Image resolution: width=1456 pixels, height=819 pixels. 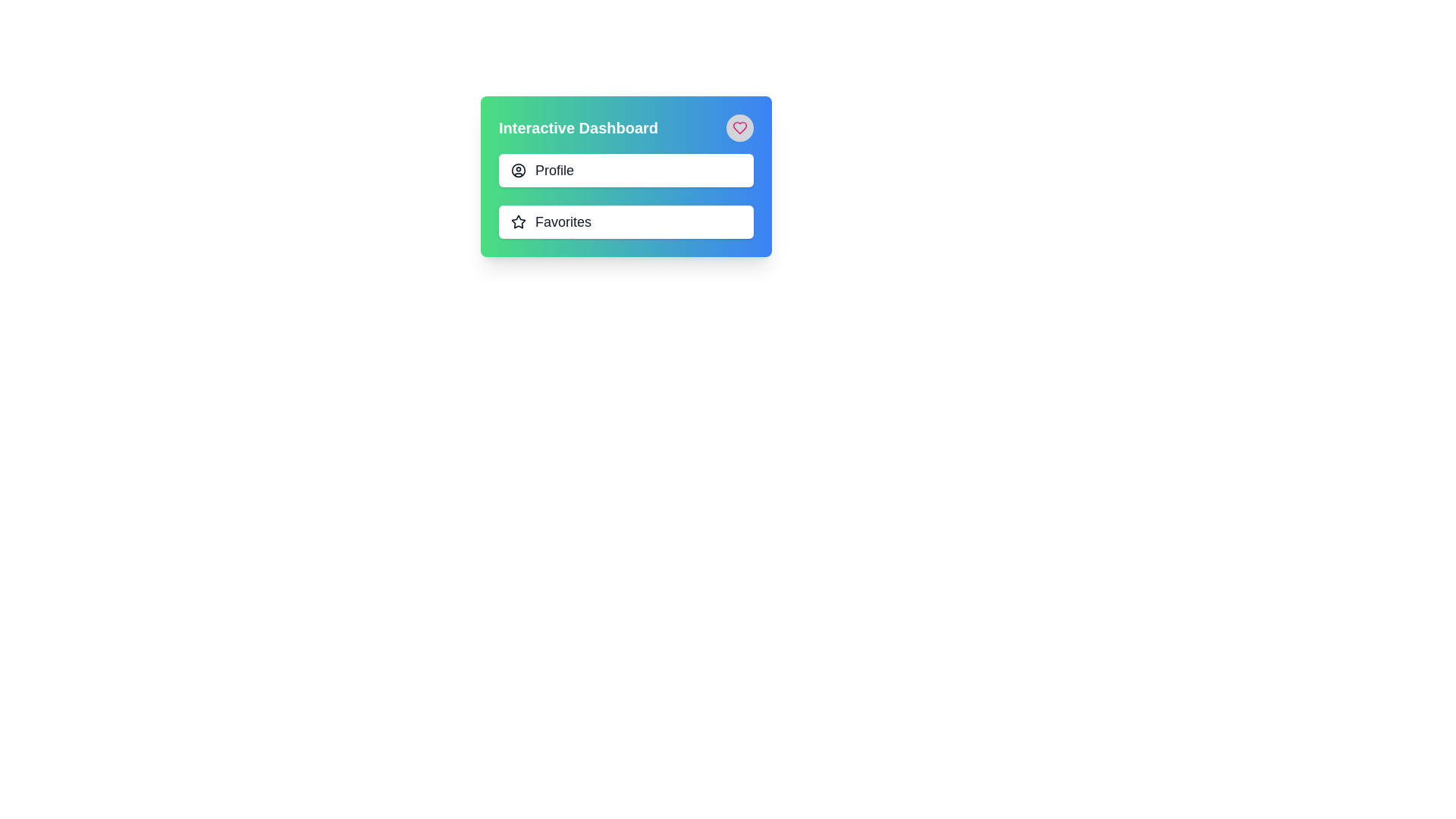 I want to click on the favorite icon embedded in the circular button located at the top-right corner of the dashboard header to mark or unmark an item as favorite, so click(x=739, y=127).